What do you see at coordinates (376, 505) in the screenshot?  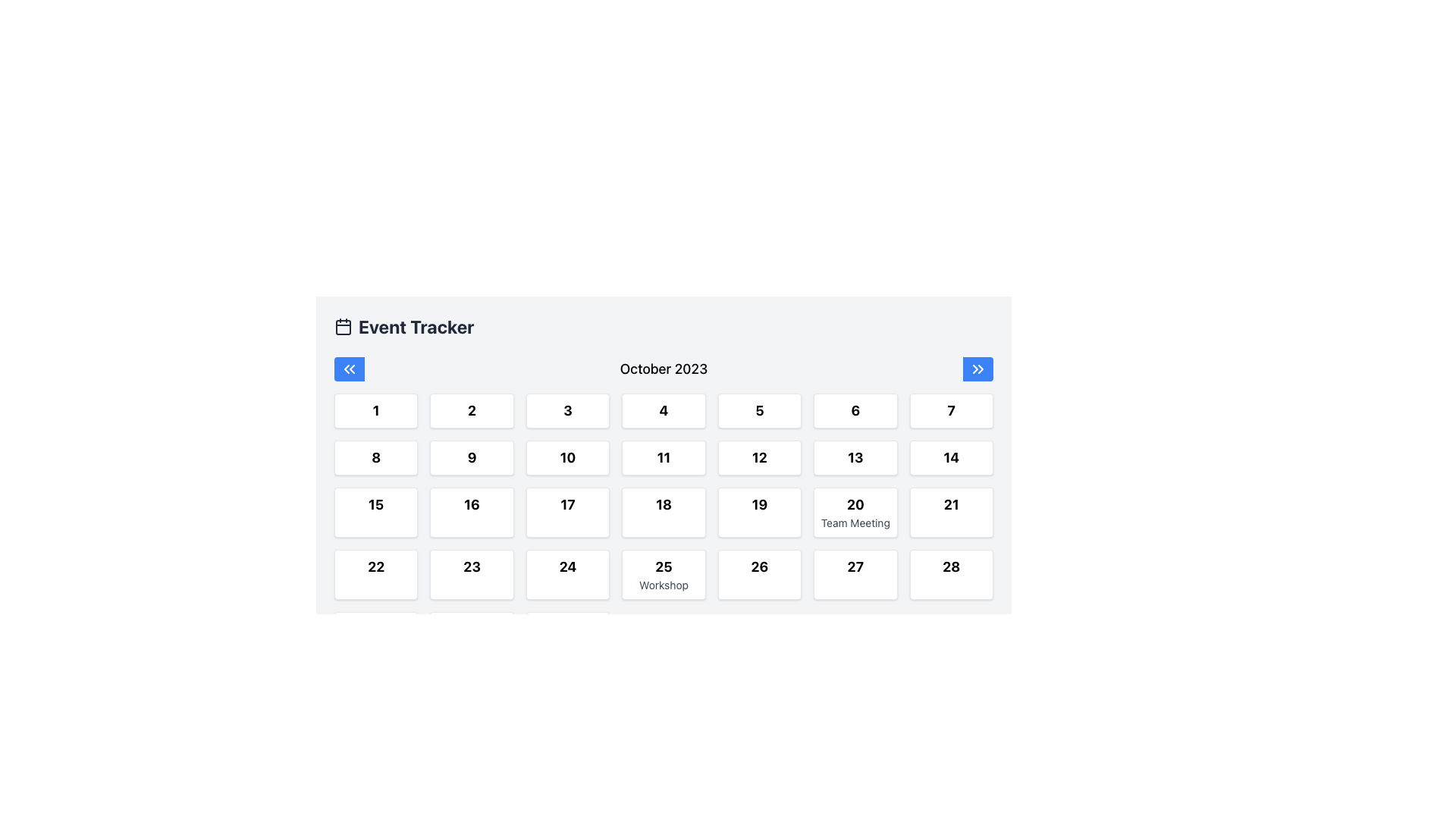 I see `the bold text displaying the number '15' in the calendar grid for October 2023, located in the fourth row and second column` at bounding box center [376, 505].